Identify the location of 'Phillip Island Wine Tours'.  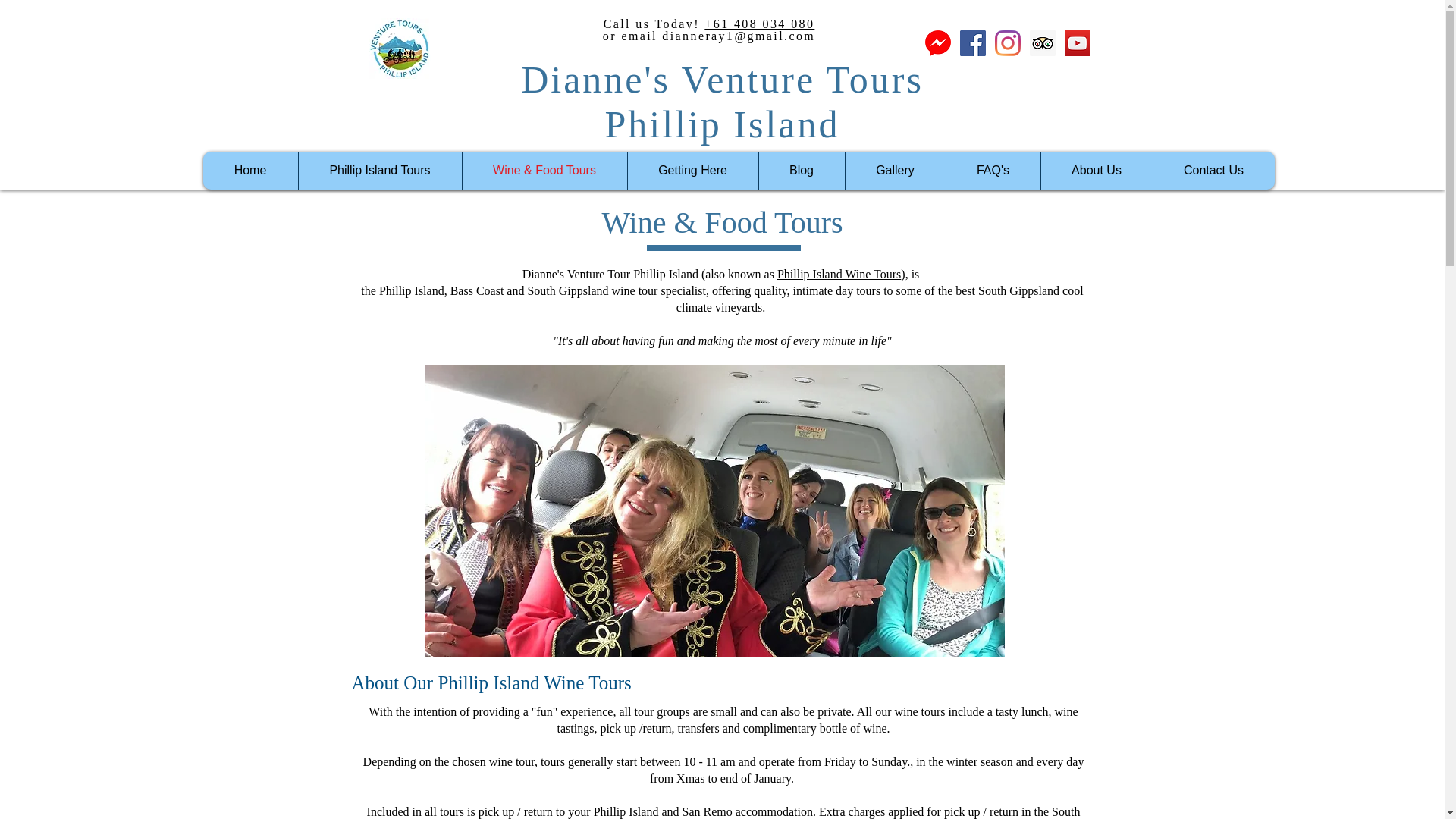
(838, 274).